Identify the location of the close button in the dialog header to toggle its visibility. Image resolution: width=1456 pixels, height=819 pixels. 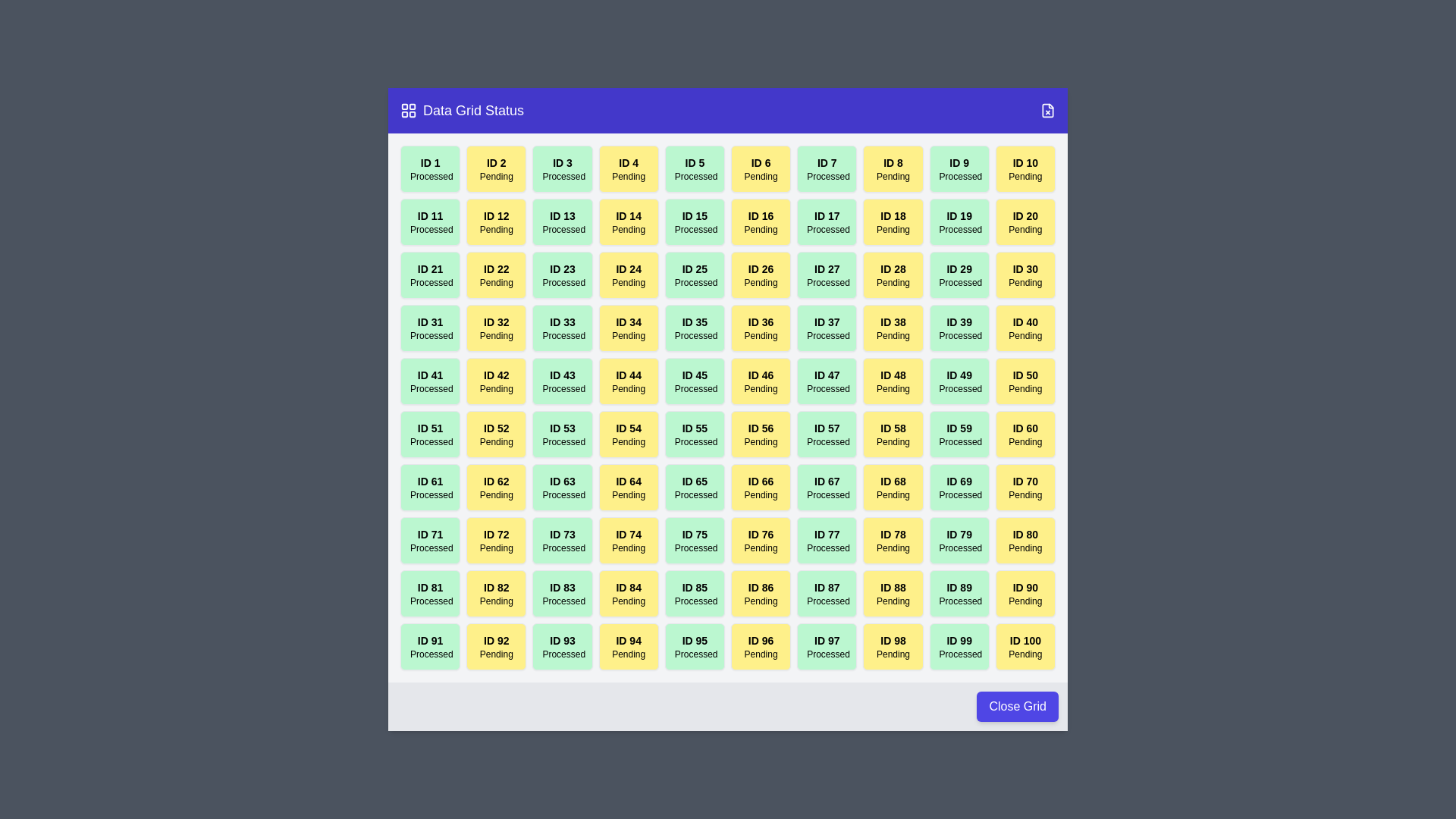
(1047, 110).